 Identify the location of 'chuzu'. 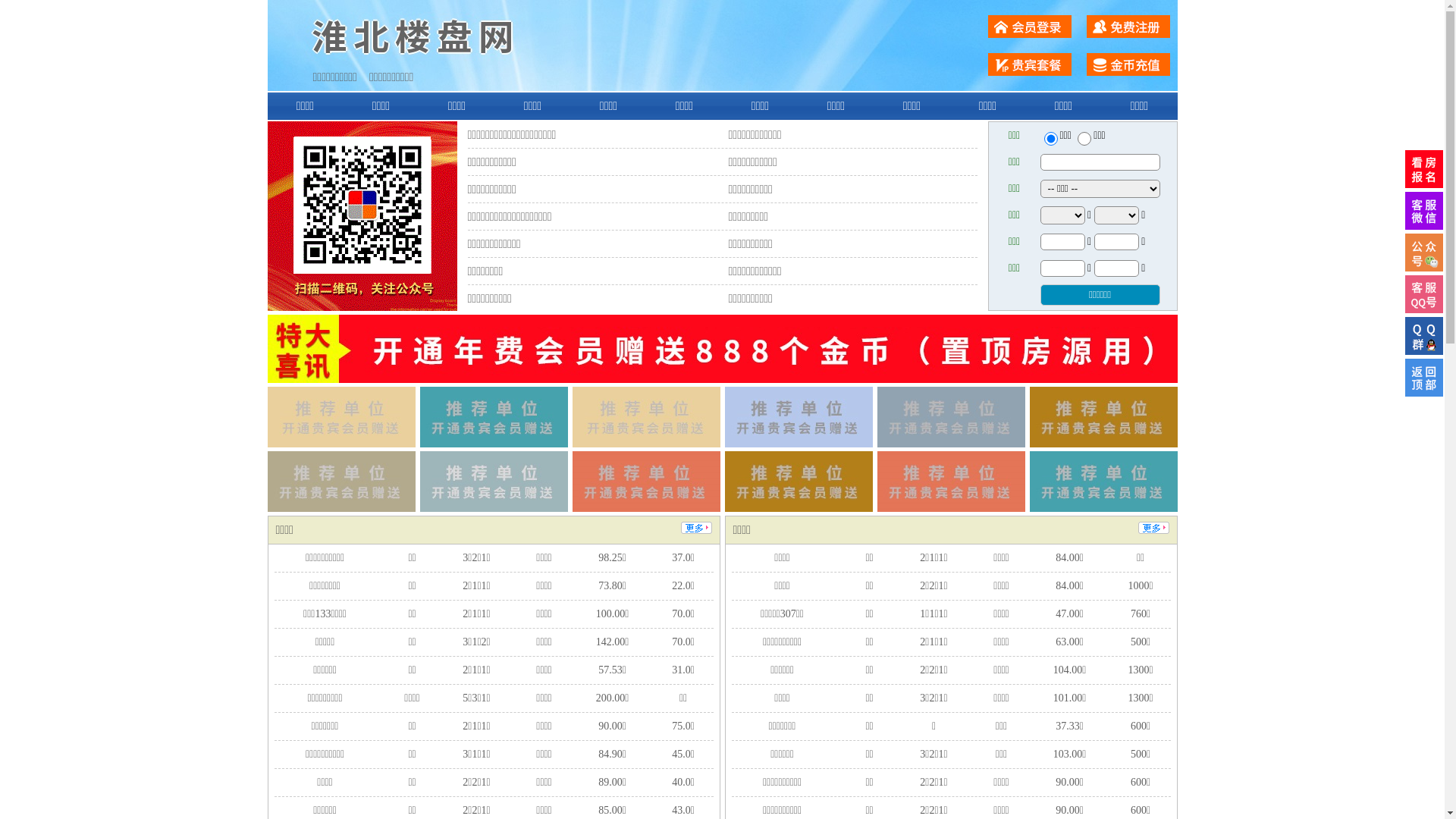
(1084, 138).